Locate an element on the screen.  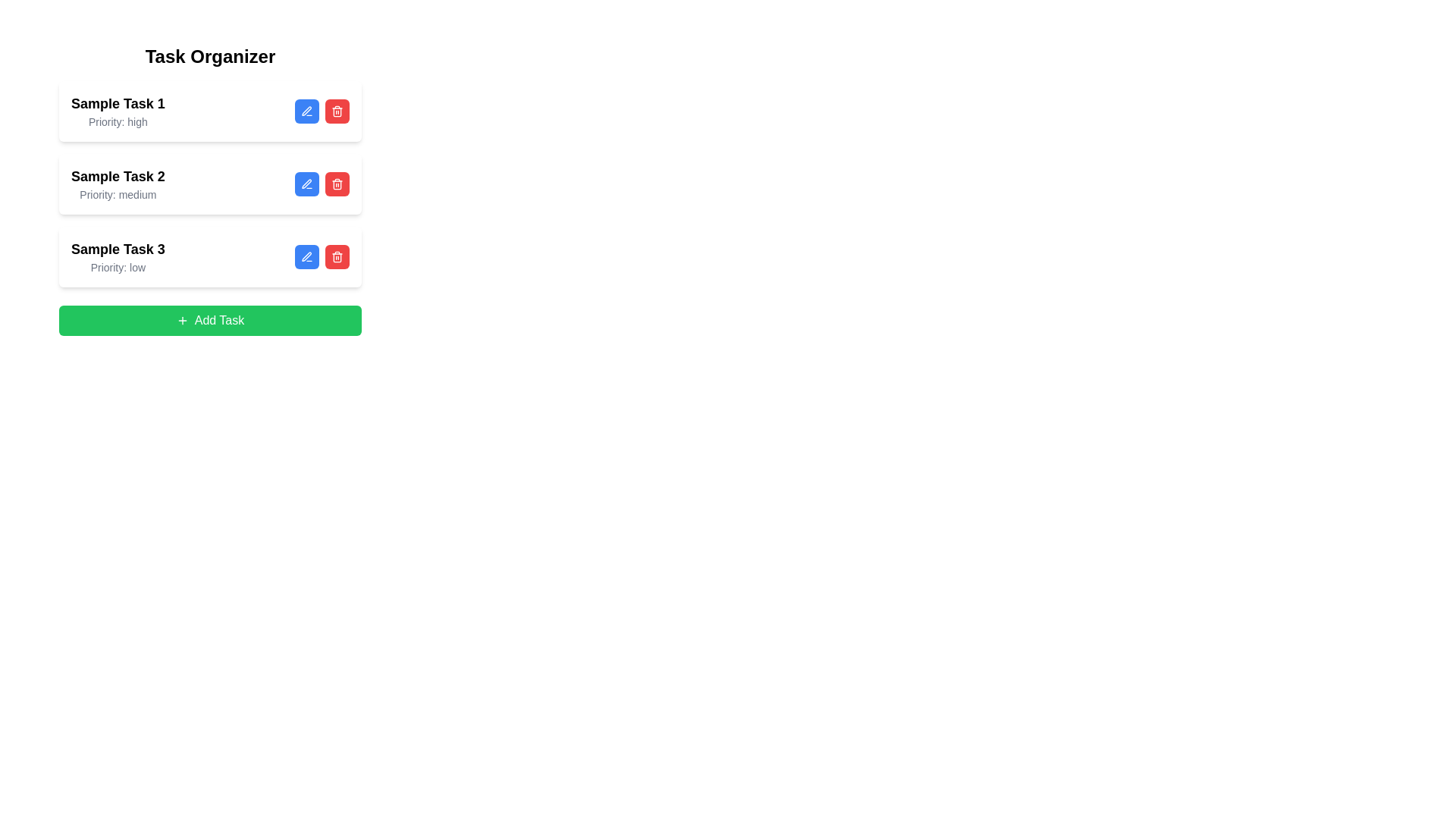
the editing button for the 'Sample Task 2' item is located at coordinates (306, 184).